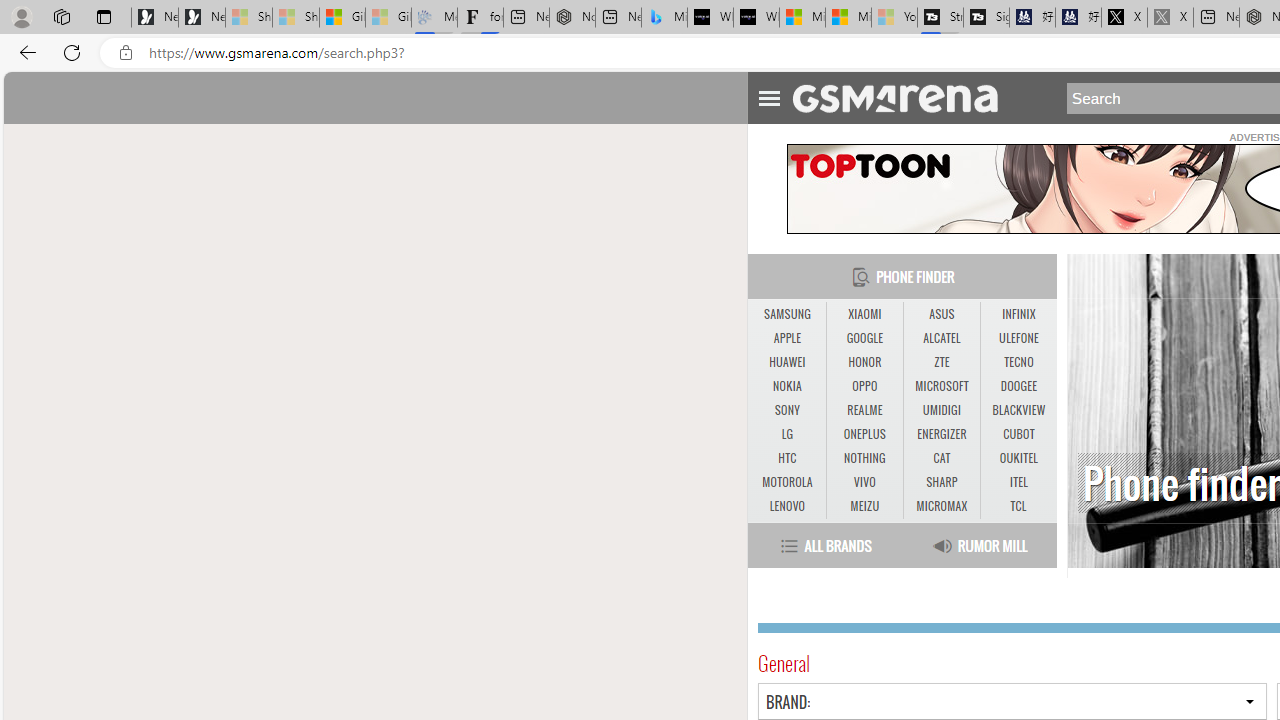 This screenshot has width=1280, height=720. Describe the element at coordinates (941, 338) in the screenshot. I see `'ALCATEL'` at that location.